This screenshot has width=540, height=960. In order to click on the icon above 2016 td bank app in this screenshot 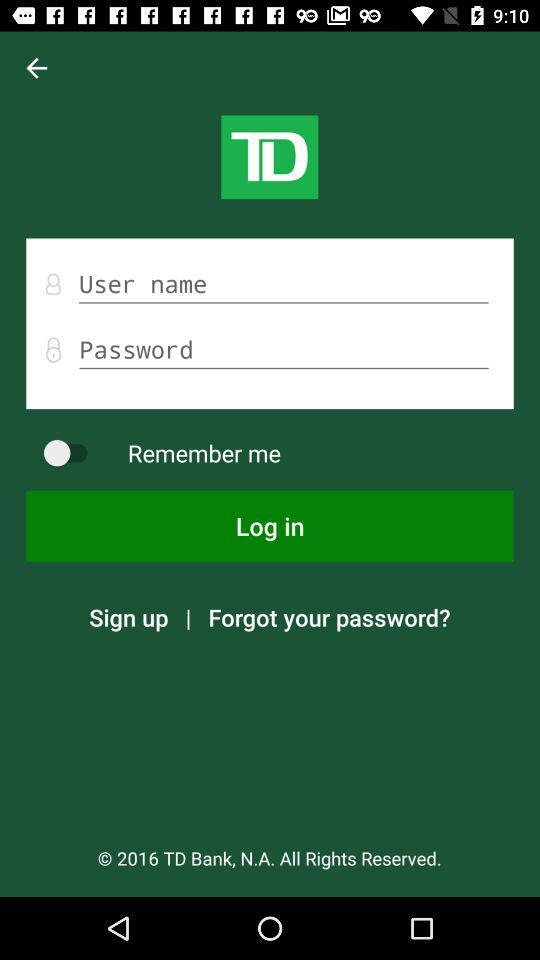, I will do `click(128, 616)`.